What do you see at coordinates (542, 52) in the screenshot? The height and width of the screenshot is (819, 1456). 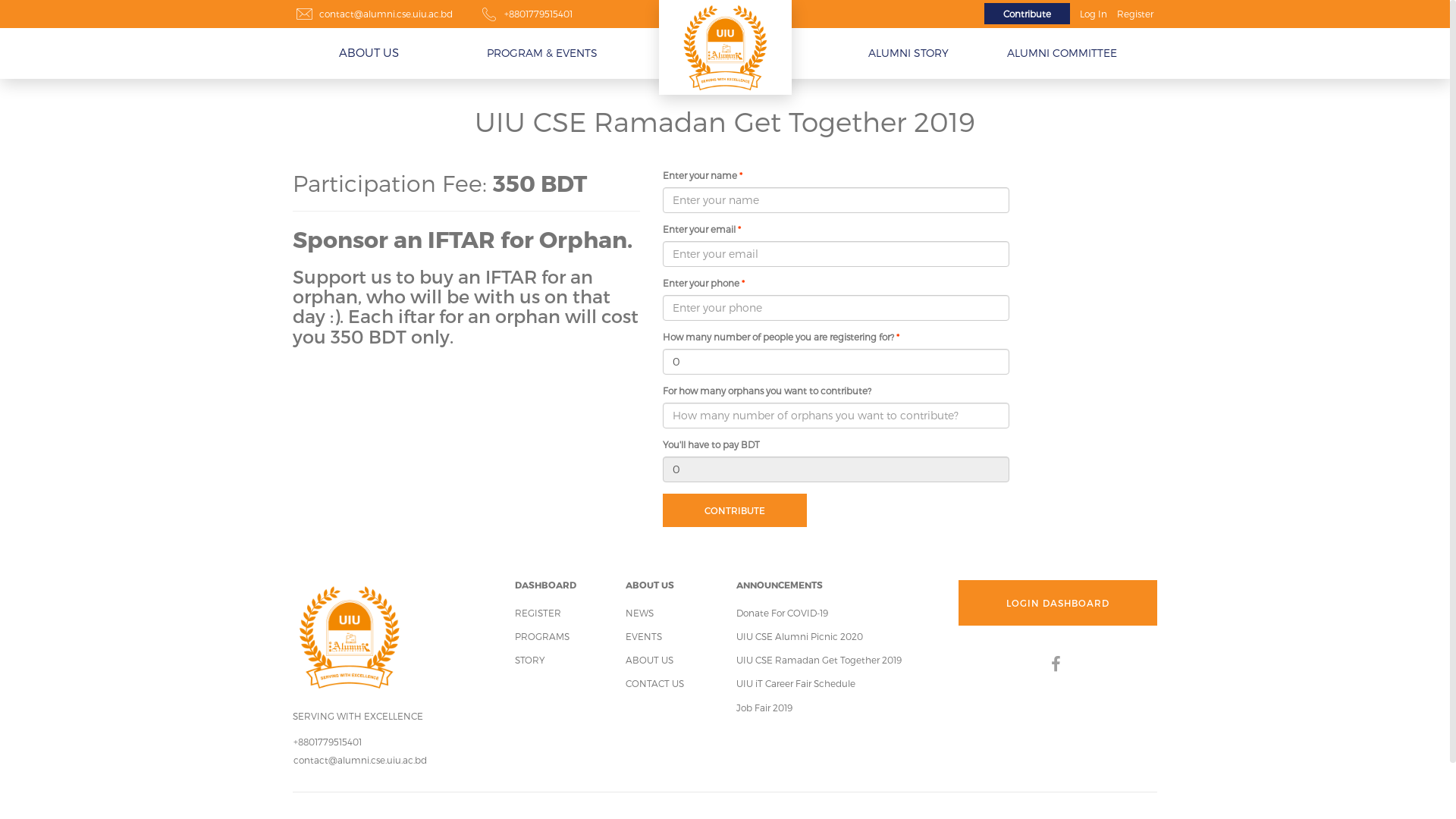 I see `'PROGRAM & EVENTS'` at bounding box center [542, 52].